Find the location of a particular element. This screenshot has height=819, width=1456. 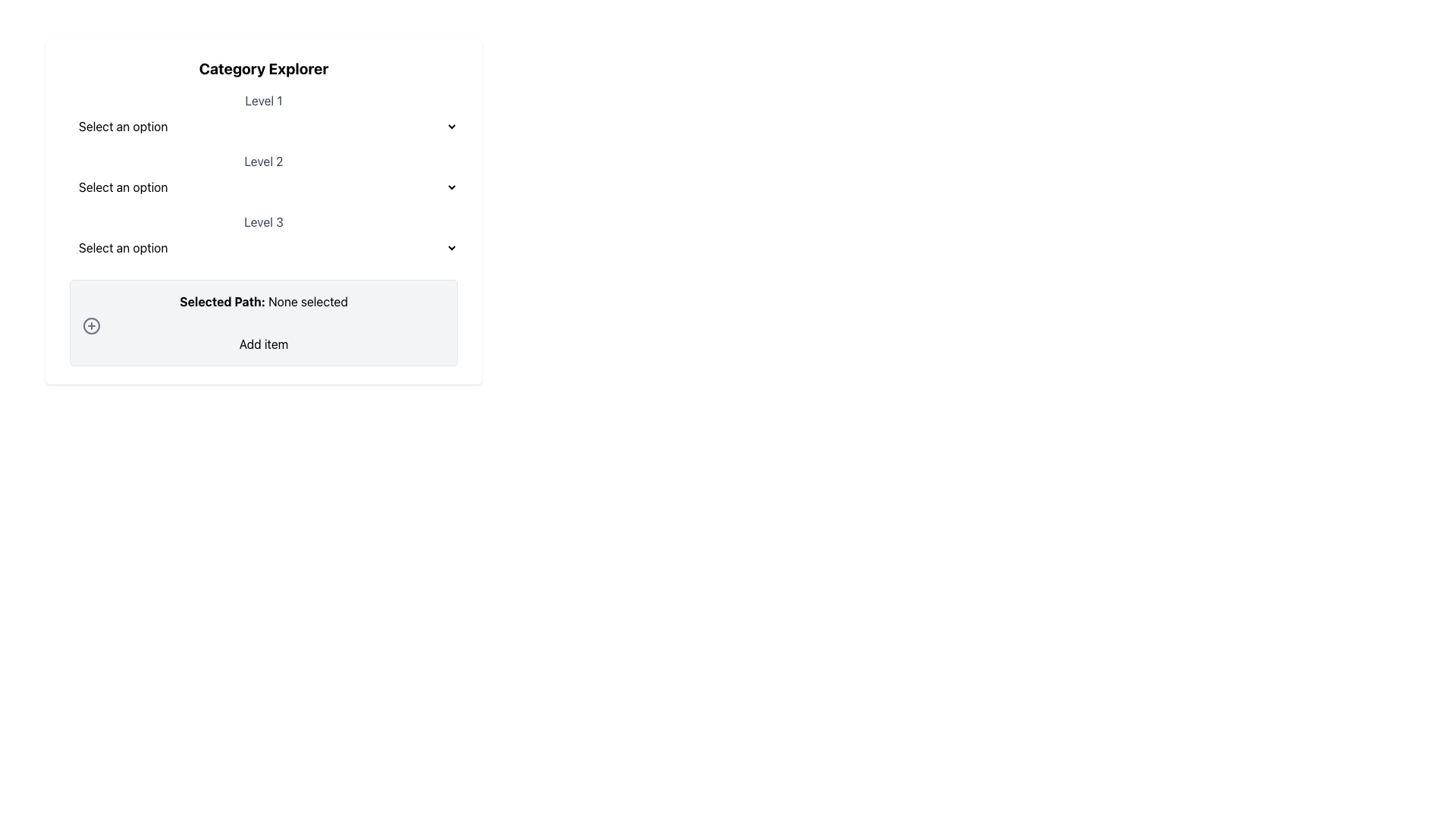

the static text label that serves as a label for the associated dropdown menu at Level 3, located below the 'Level 2' section in the 'Category Explorer' panel is located at coordinates (263, 222).